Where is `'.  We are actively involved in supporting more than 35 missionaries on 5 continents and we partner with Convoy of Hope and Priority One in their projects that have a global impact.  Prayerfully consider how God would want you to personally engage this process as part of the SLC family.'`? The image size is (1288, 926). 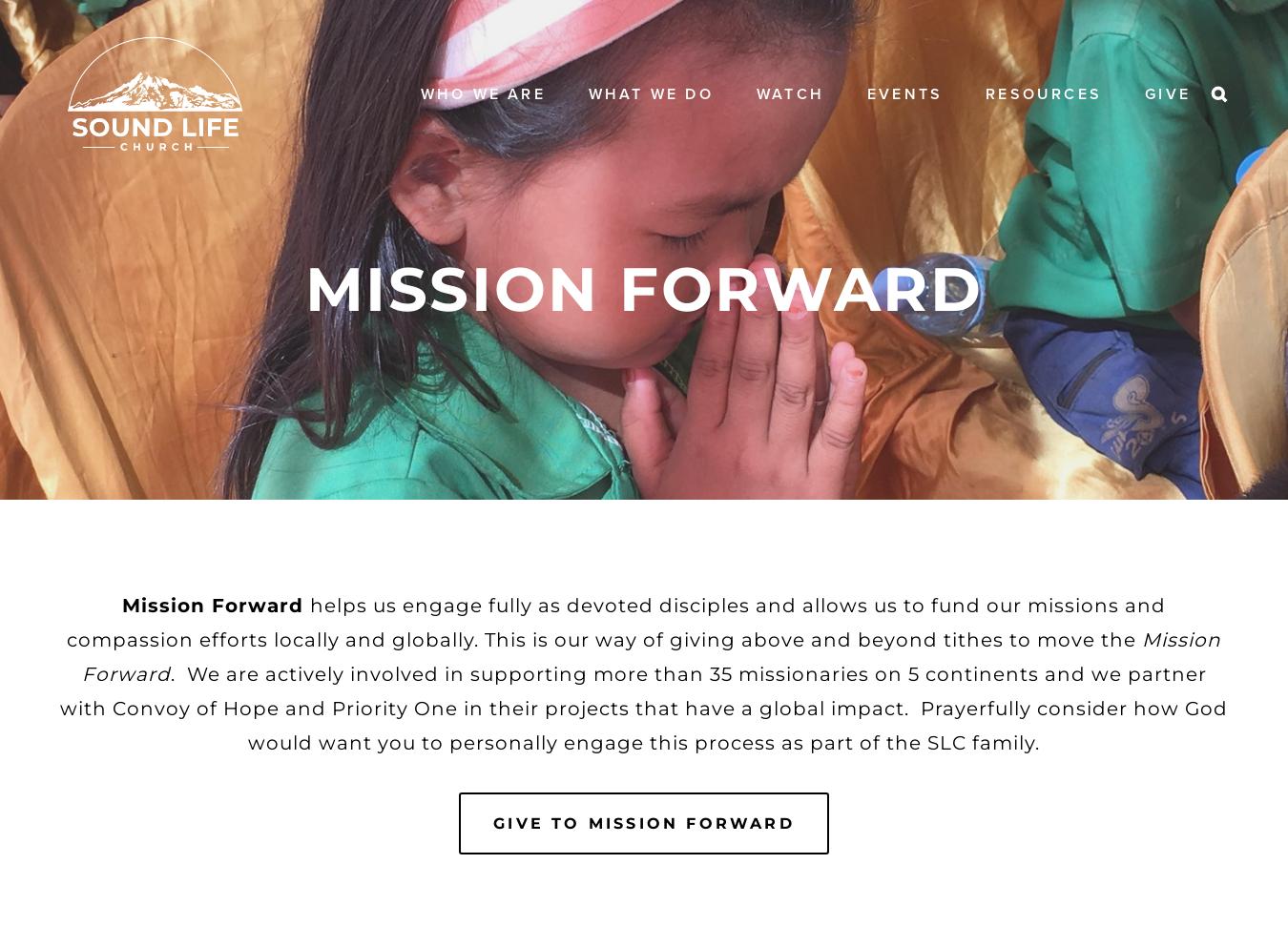
'.  We are actively involved in supporting more than 35 missionaries on 5 continents and we partner with Convoy of Hope and Priority One in their projects that have a global impact.  Prayerfully consider how God would want you to personally engage this process as part of the SLC family.' is located at coordinates (645, 708).